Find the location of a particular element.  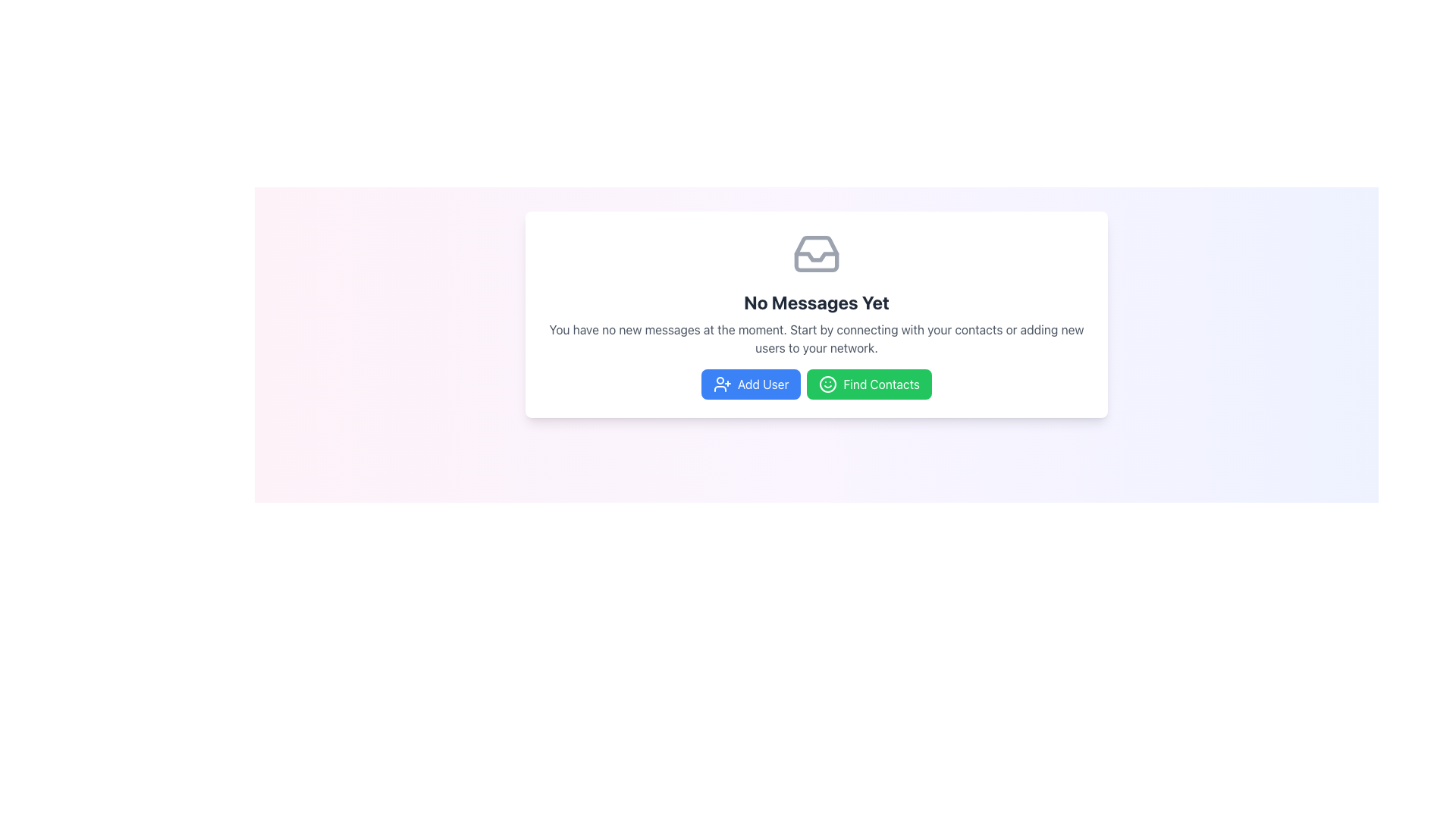

the decorative icon that visually supports the 'No Messages Yet' message, located in the top portion of the content card is located at coordinates (815, 253).